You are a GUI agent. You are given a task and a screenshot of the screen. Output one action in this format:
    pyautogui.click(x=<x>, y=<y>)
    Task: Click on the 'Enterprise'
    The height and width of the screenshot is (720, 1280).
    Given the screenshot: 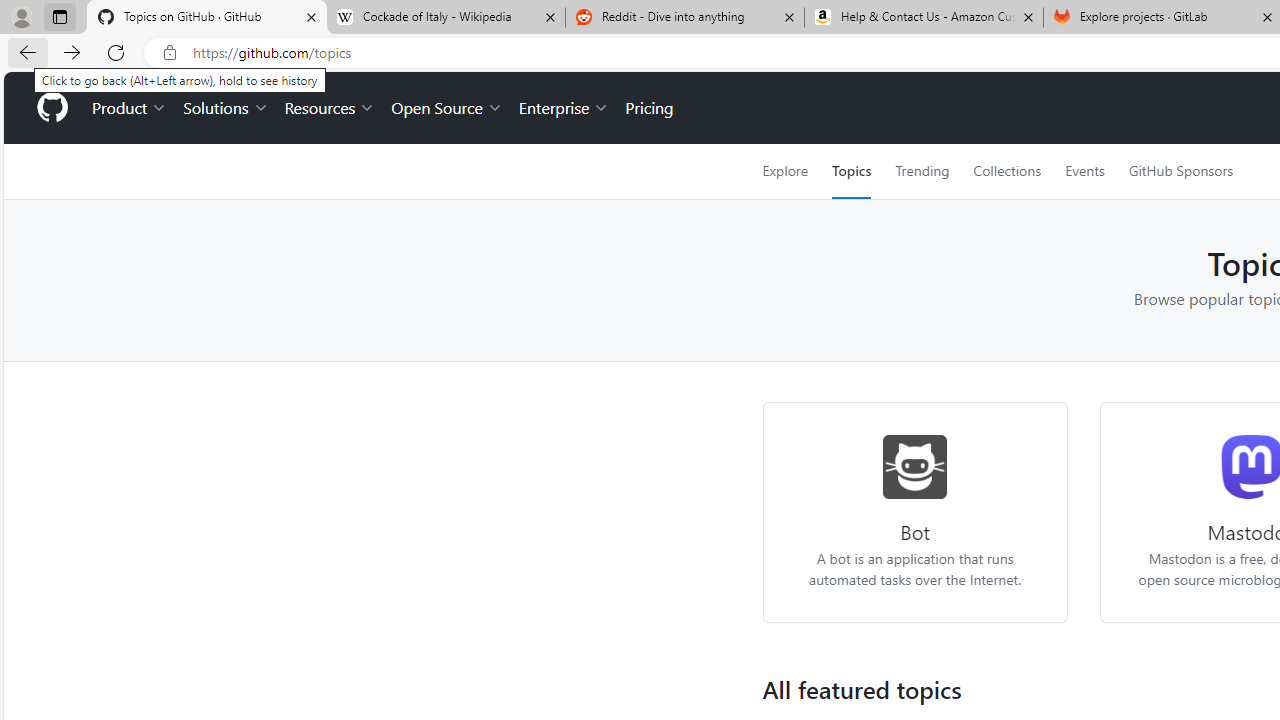 What is the action you would take?
    pyautogui.click(x=562, y=108)
    